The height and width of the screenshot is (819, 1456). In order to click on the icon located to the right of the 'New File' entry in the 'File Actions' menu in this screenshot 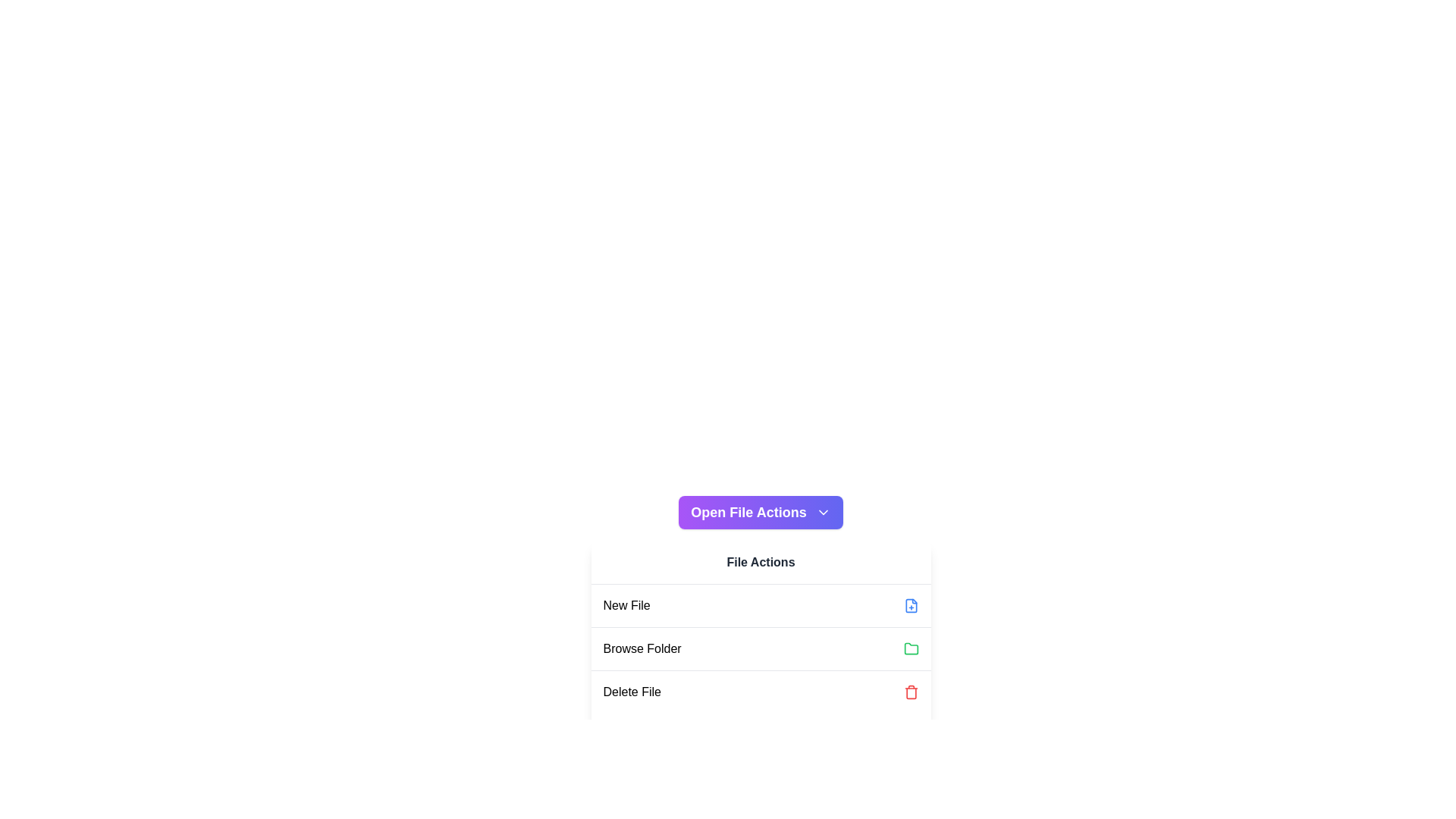, I will do `click(910, 604)`.